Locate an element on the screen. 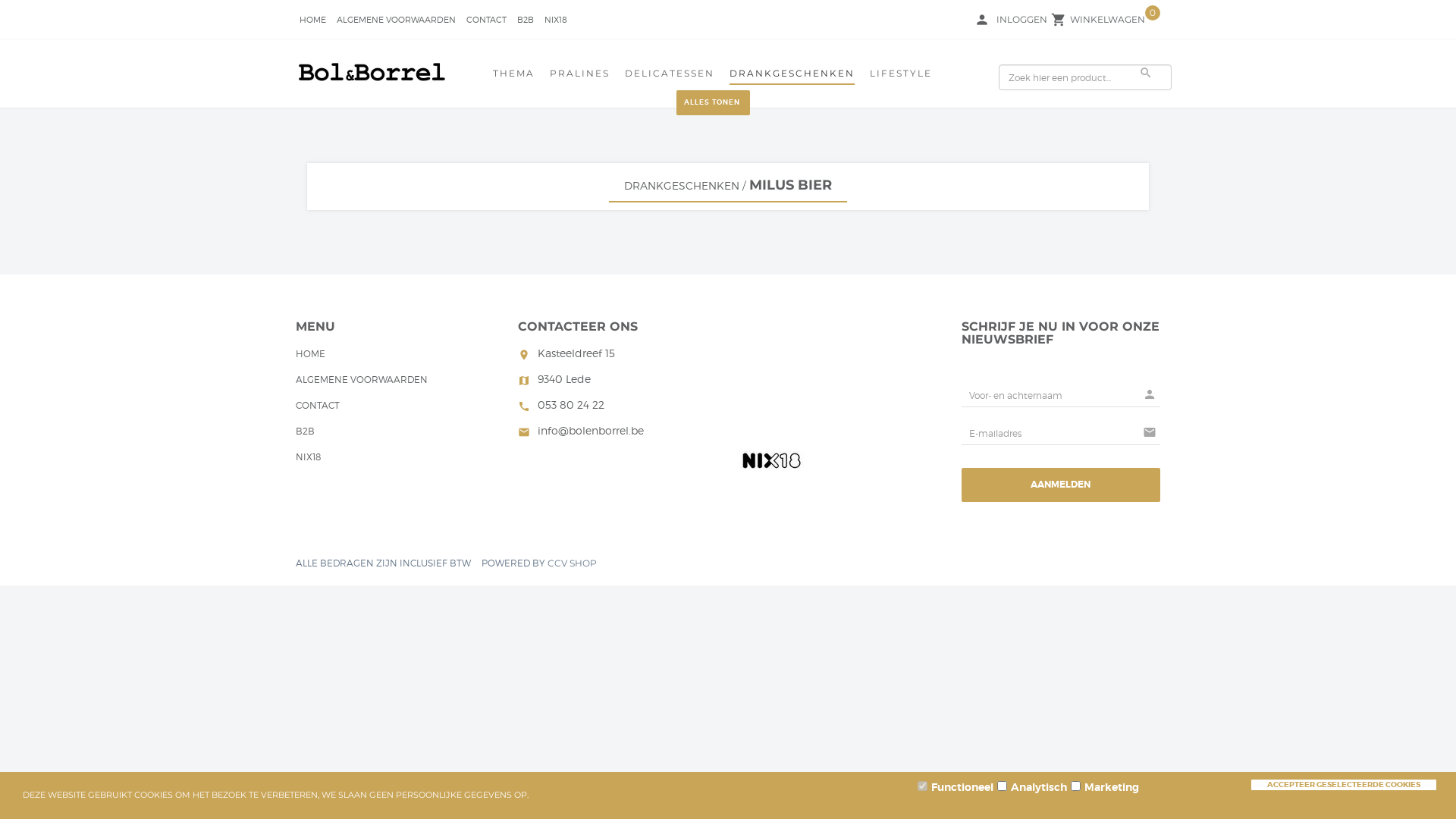 This screenshot has width=1456, height=819. 'WINKELWAGEN' is located at coordinates (1107, 21).